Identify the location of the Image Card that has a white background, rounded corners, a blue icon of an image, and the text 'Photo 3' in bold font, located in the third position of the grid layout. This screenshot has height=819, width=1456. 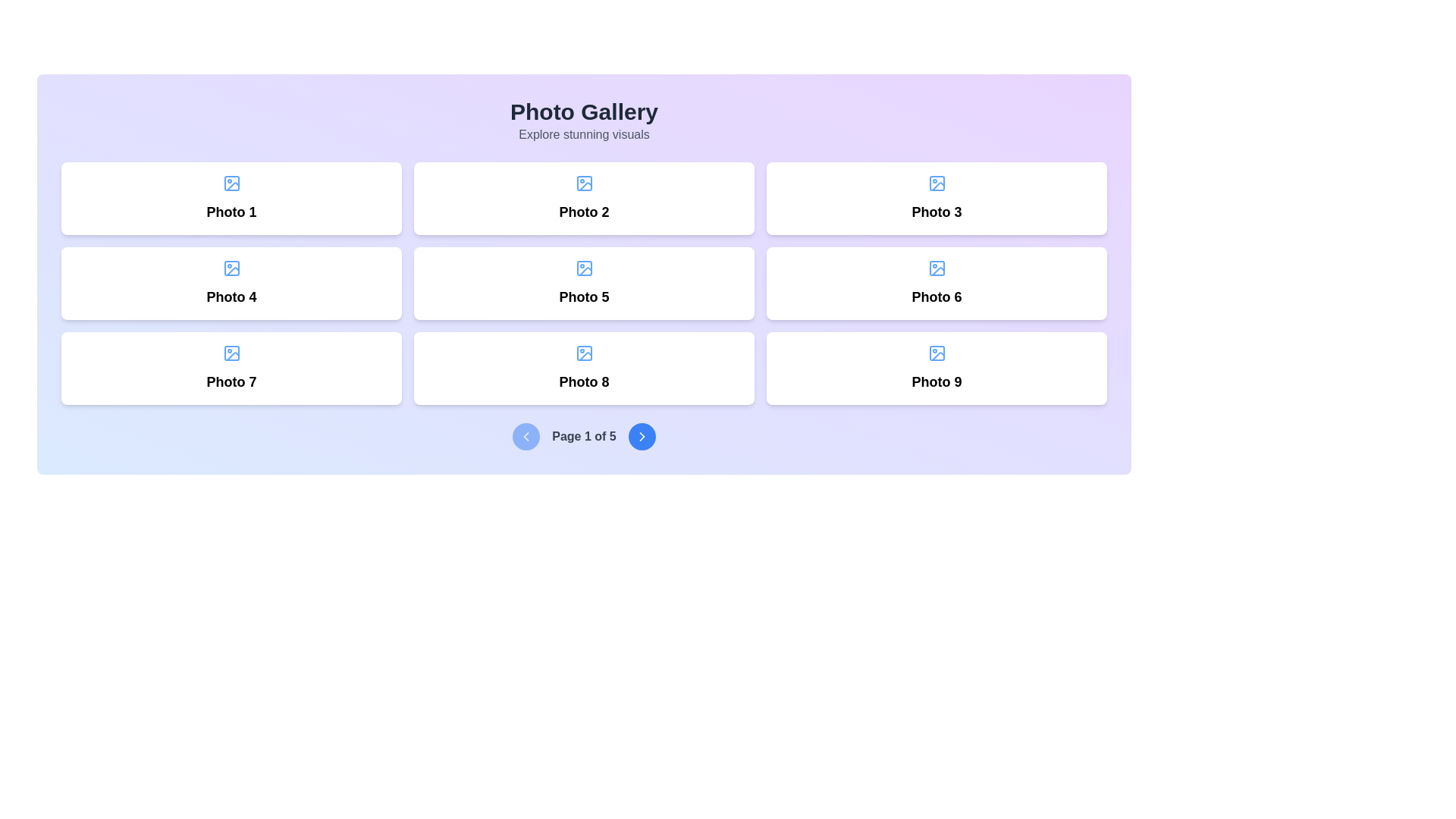
(936, 198).